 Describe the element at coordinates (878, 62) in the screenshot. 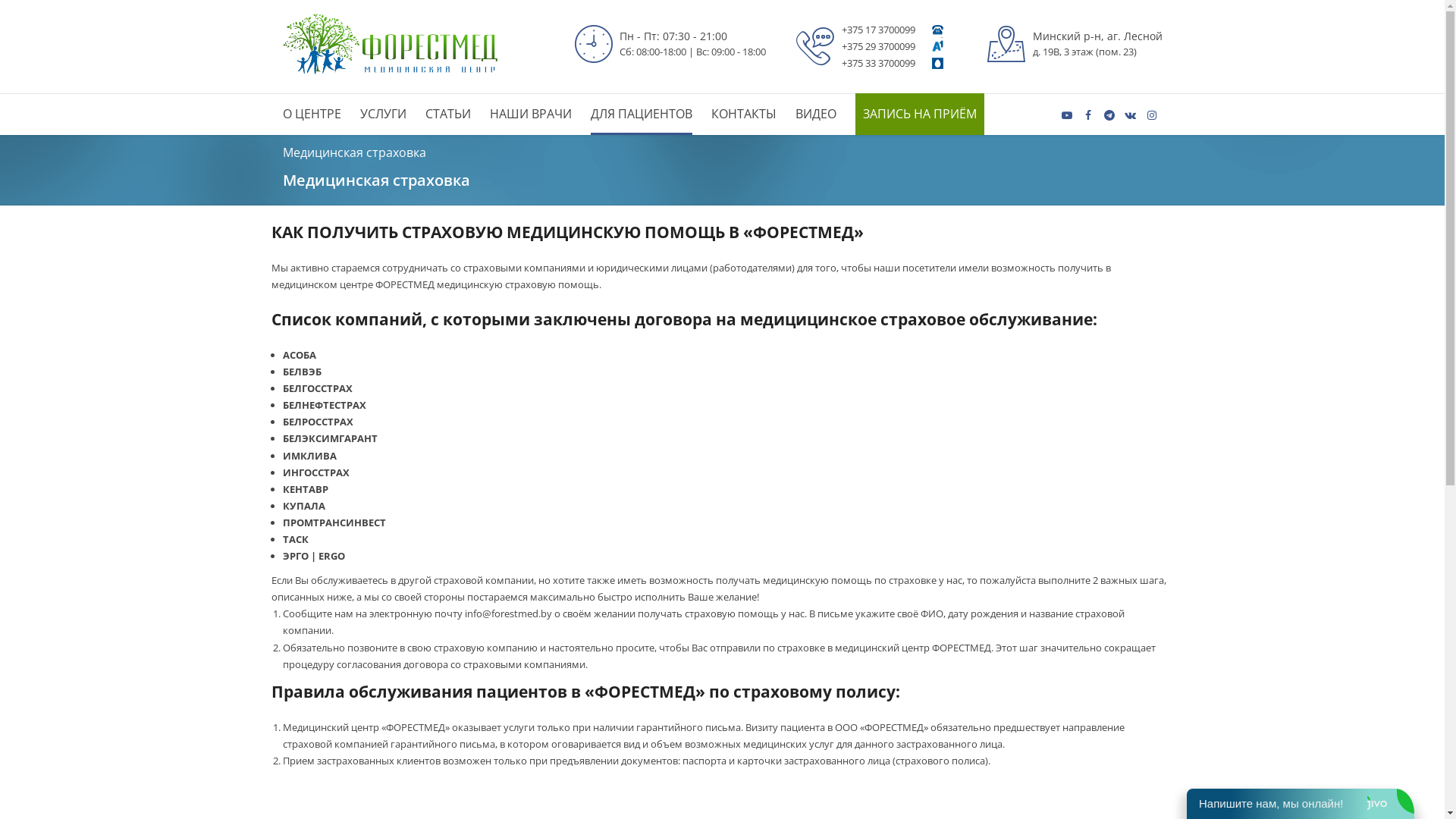

I see `'+375 33 3700099'` at that location.